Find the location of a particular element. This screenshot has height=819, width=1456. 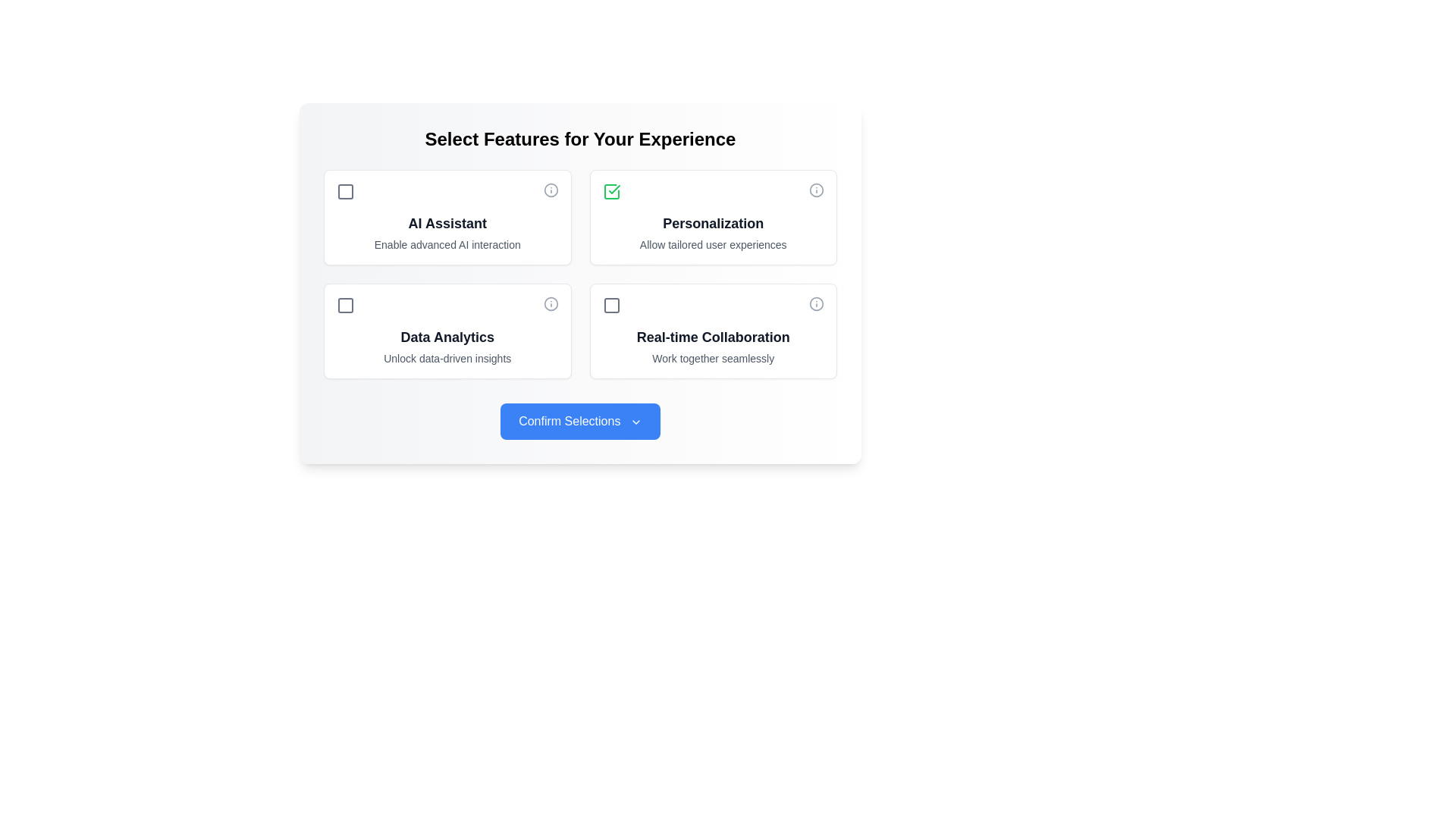

the blue button labeled 'Confirm Selections' with a downward-pointing chevron icon, located at the bottom center of the modal is located at coordinates (579, 421).